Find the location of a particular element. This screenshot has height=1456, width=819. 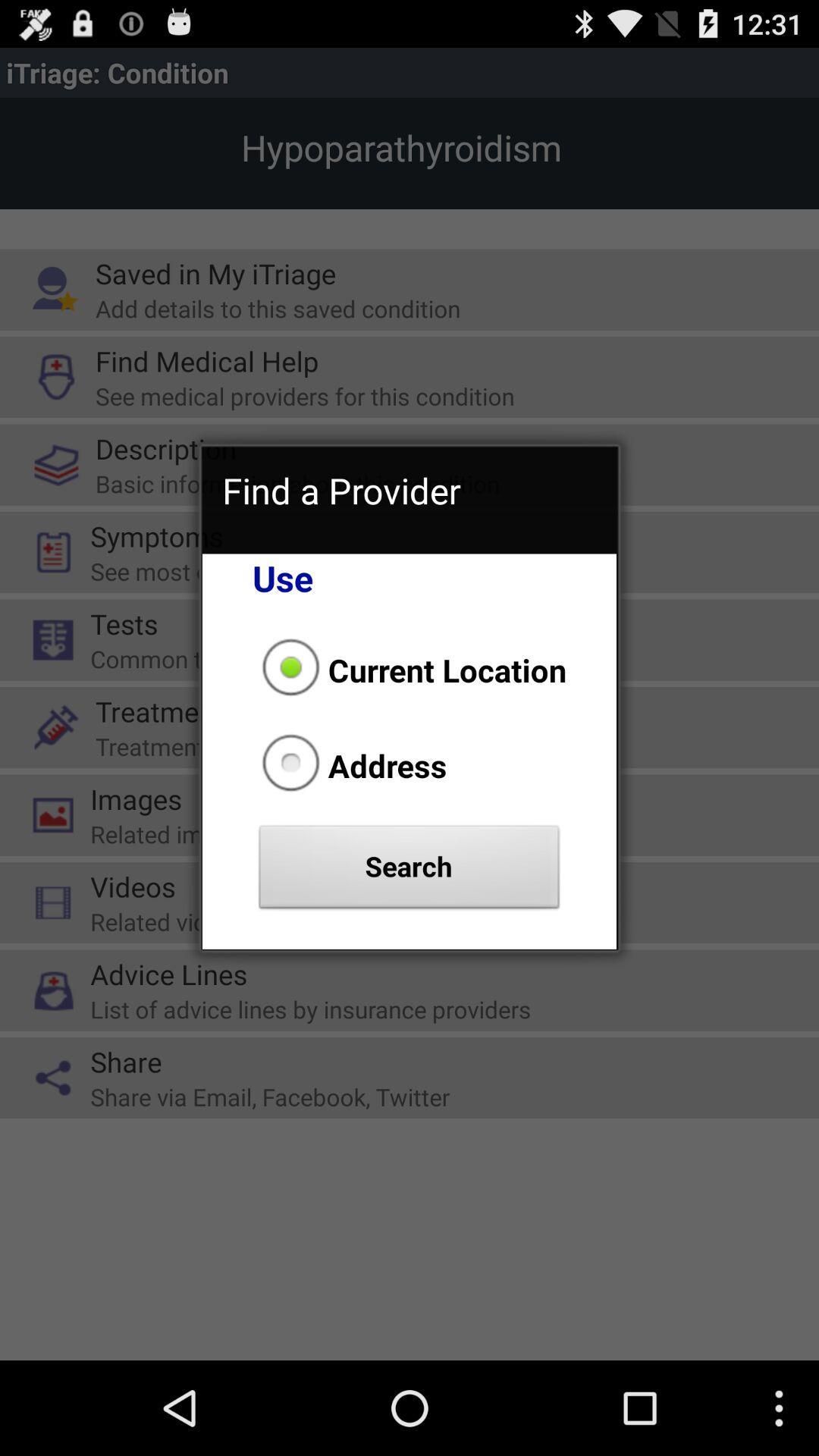

current location item is located at coordinates (409, 669).